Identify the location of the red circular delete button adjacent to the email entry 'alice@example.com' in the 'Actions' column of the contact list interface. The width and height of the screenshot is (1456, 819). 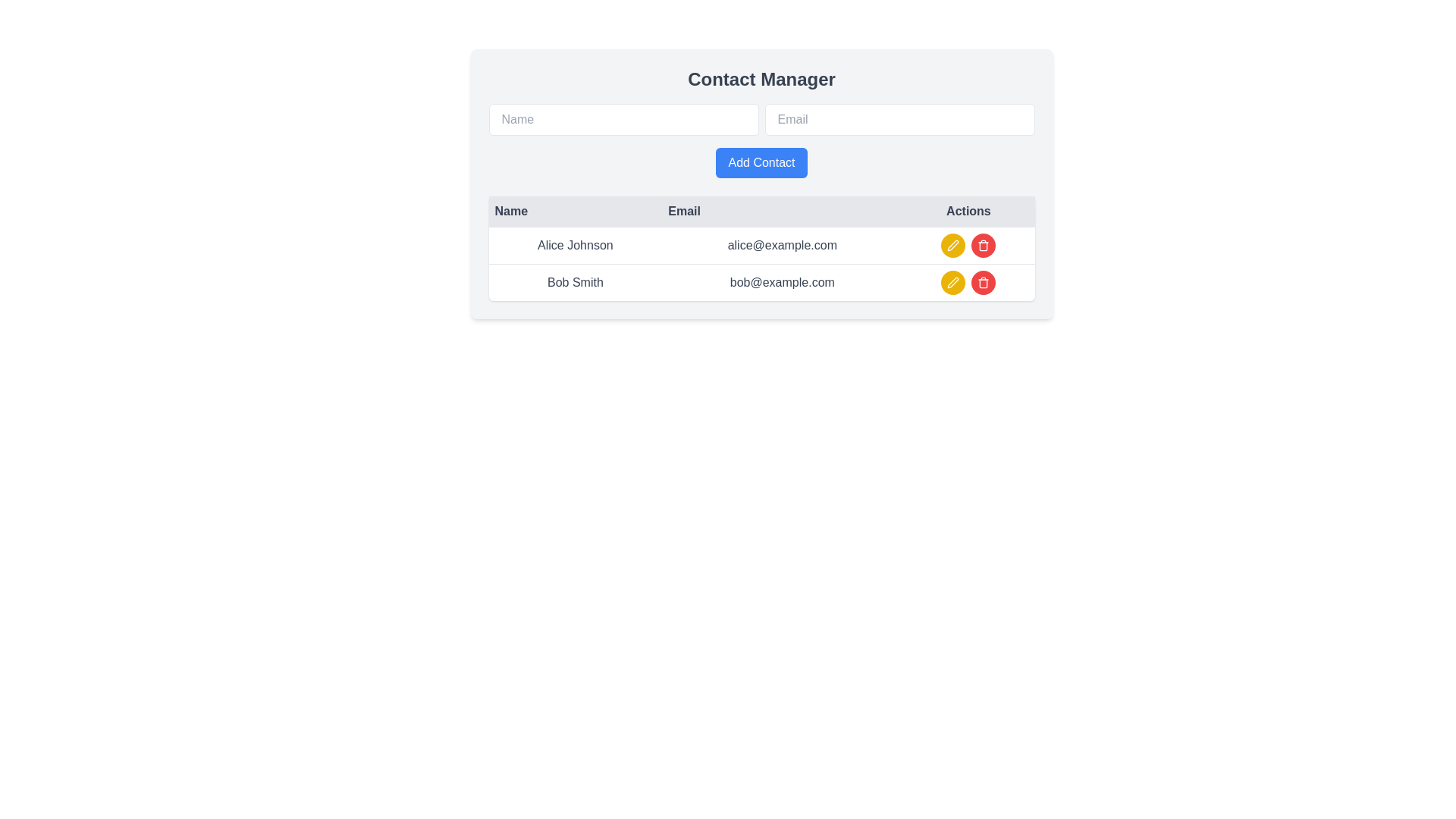
(968, 245).